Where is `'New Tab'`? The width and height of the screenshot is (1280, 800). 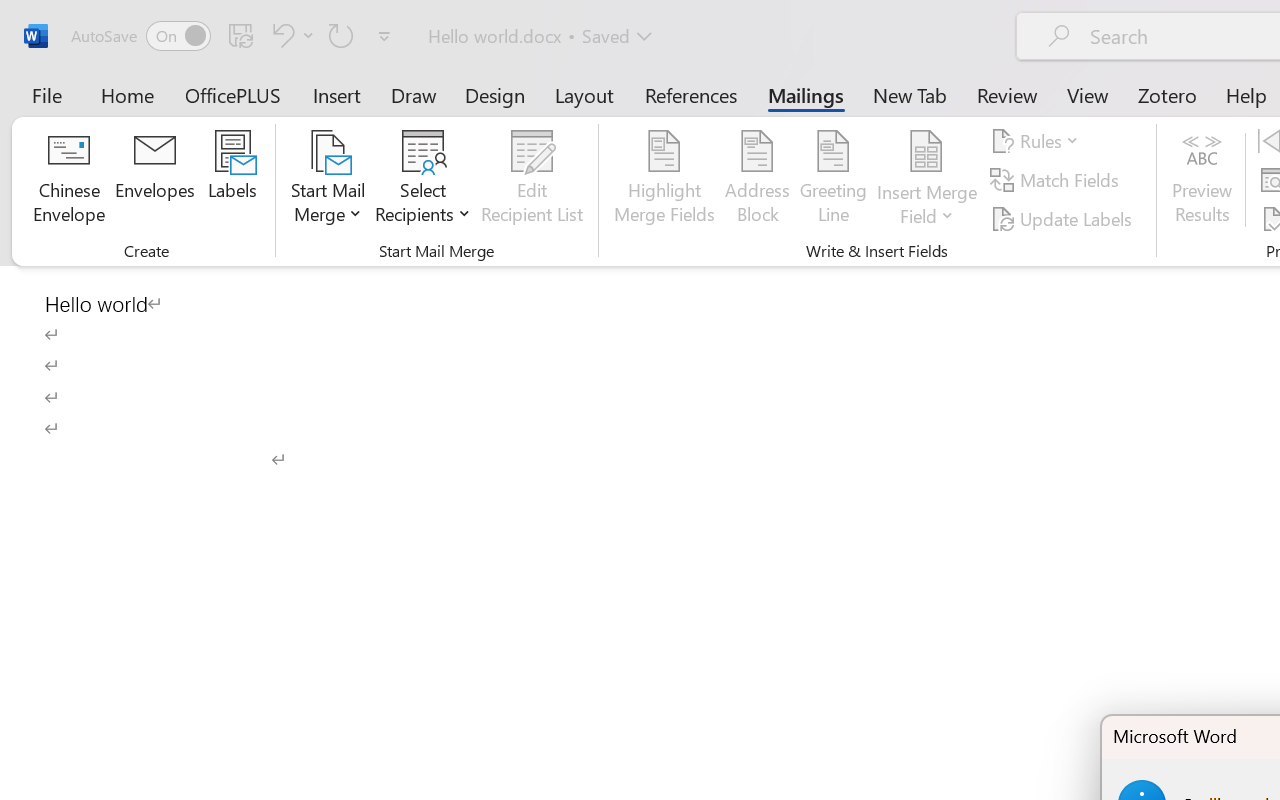 'New Tab' is located at coordinates (909, 94).